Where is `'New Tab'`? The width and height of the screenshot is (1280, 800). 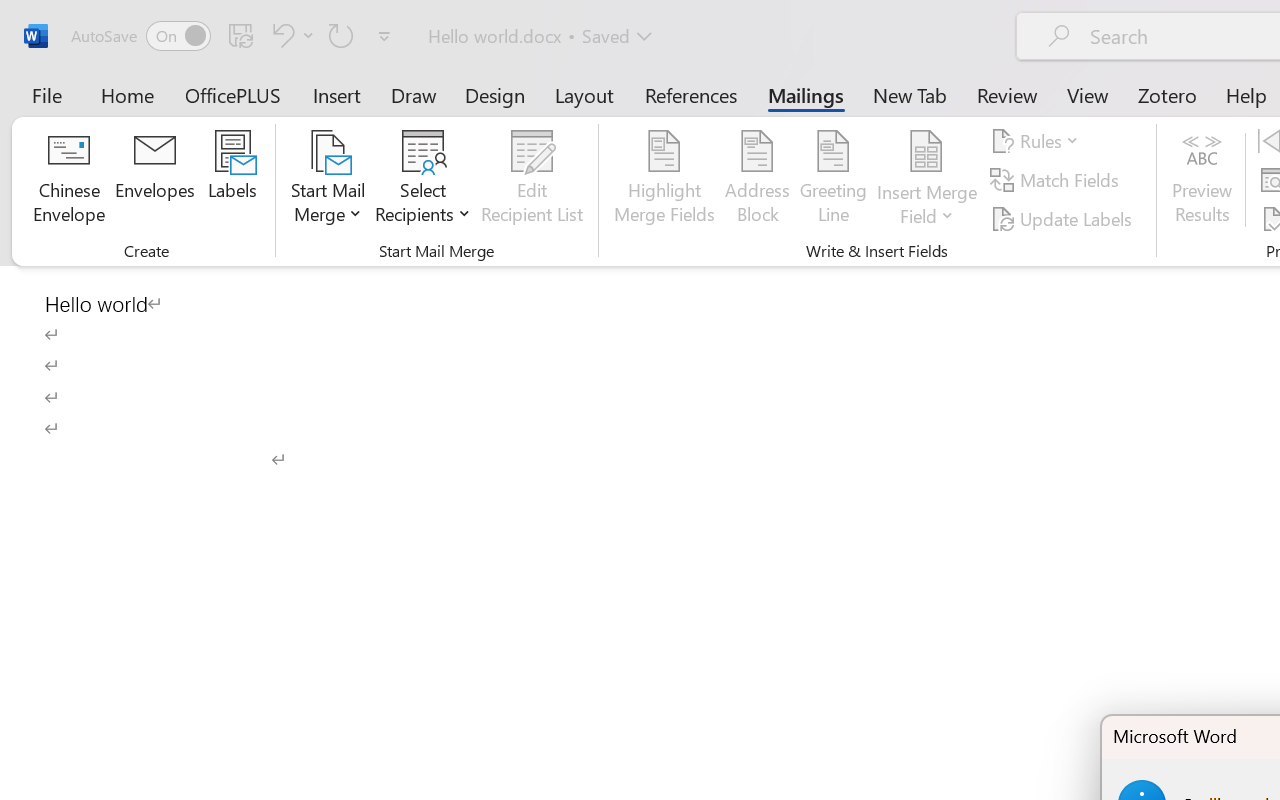 'New Tab' is located at coordinates (909, 94).